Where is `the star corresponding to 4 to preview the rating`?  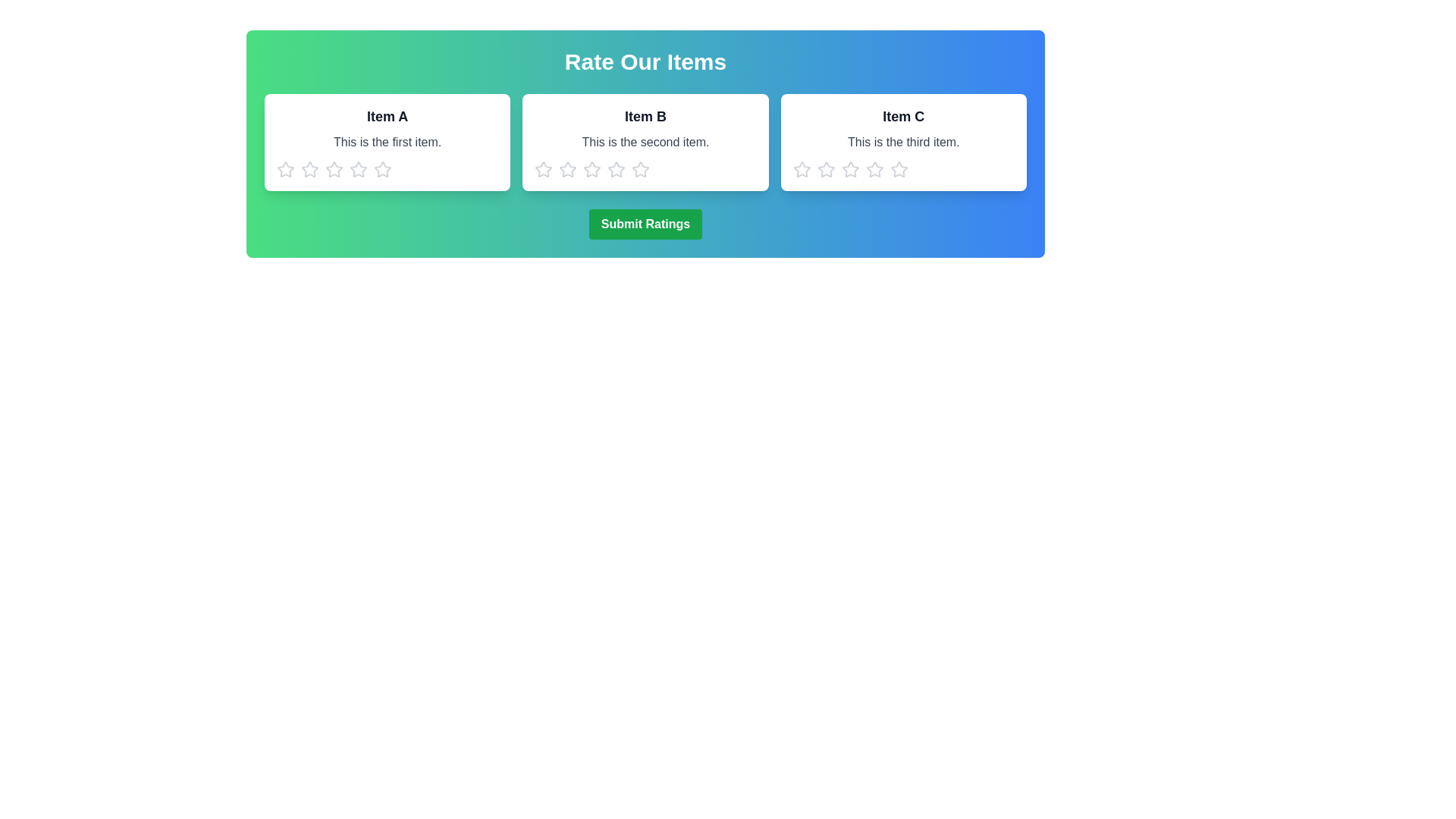
the star corresponding to 4 to preview the rating is located at coordinates (358, 169).